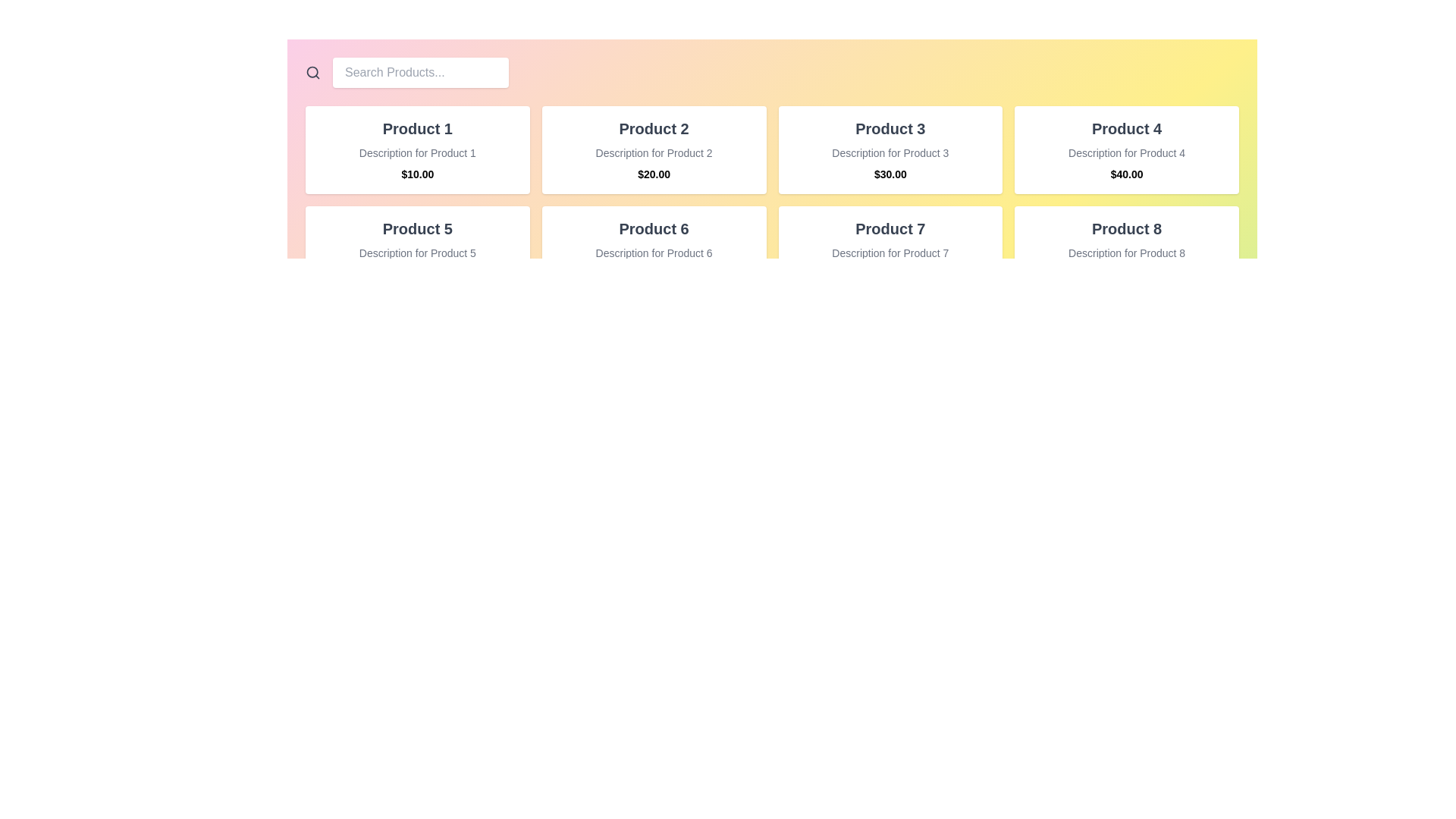  Describe the element at coordinates (417, 249) in the screenshot. I see `the Information card featuring the title 'Product 5', which is a rectangular white card with rounded corners, located in the second row and first column of the grid layout` at that location.